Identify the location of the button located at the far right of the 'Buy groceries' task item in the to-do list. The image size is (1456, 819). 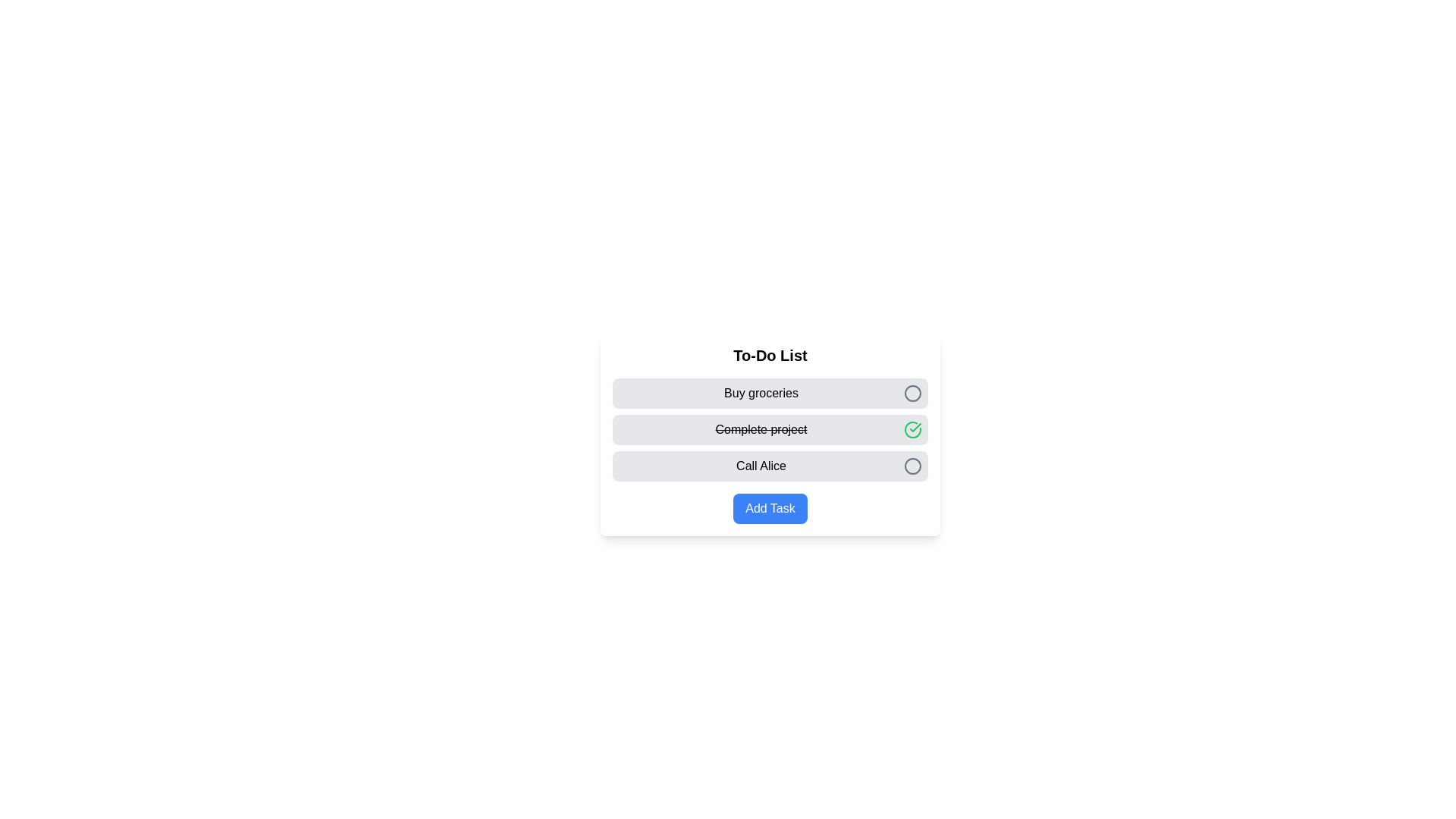
(912, 393).